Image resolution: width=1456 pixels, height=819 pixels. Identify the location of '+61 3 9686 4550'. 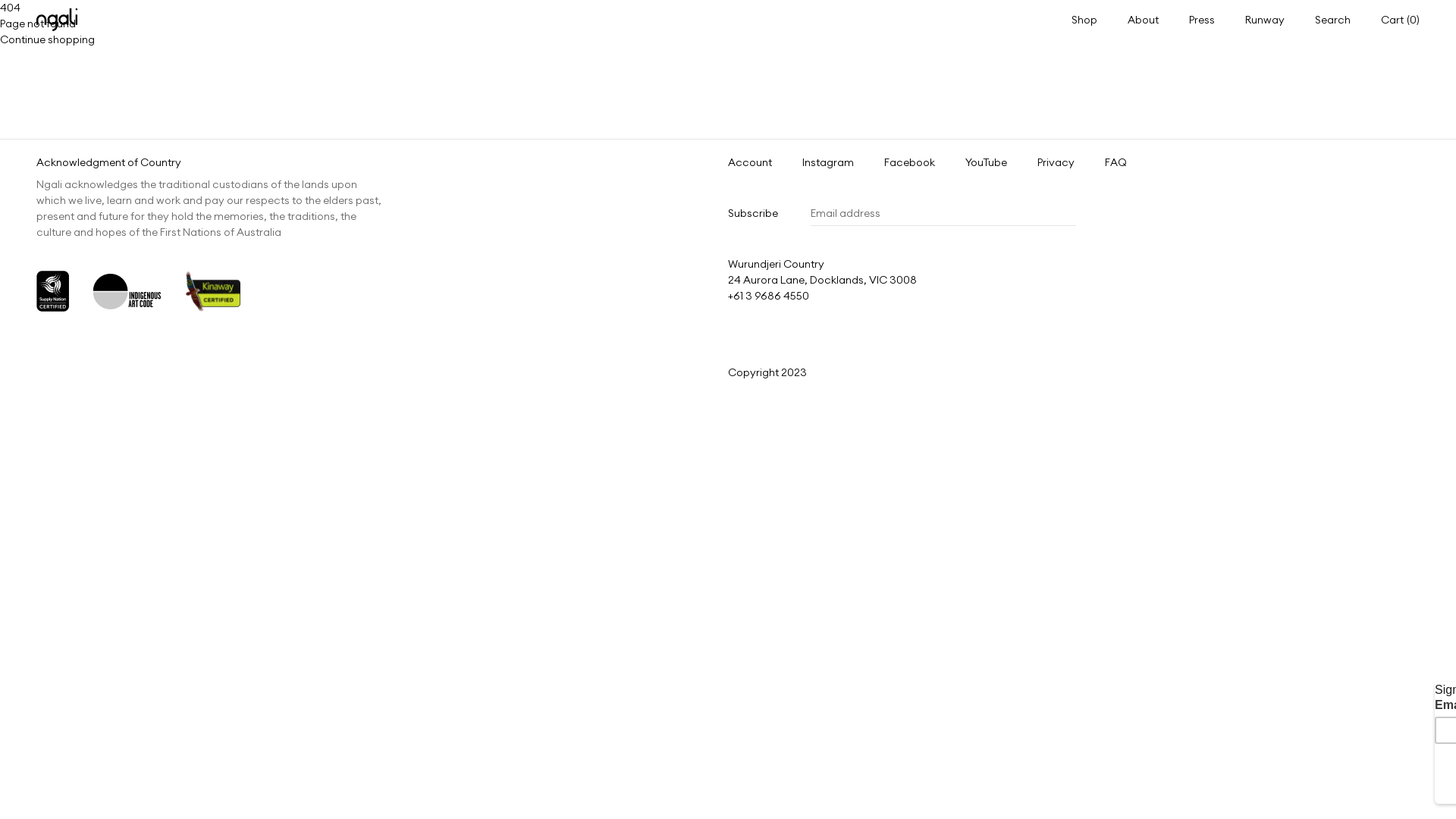
(728, 295).